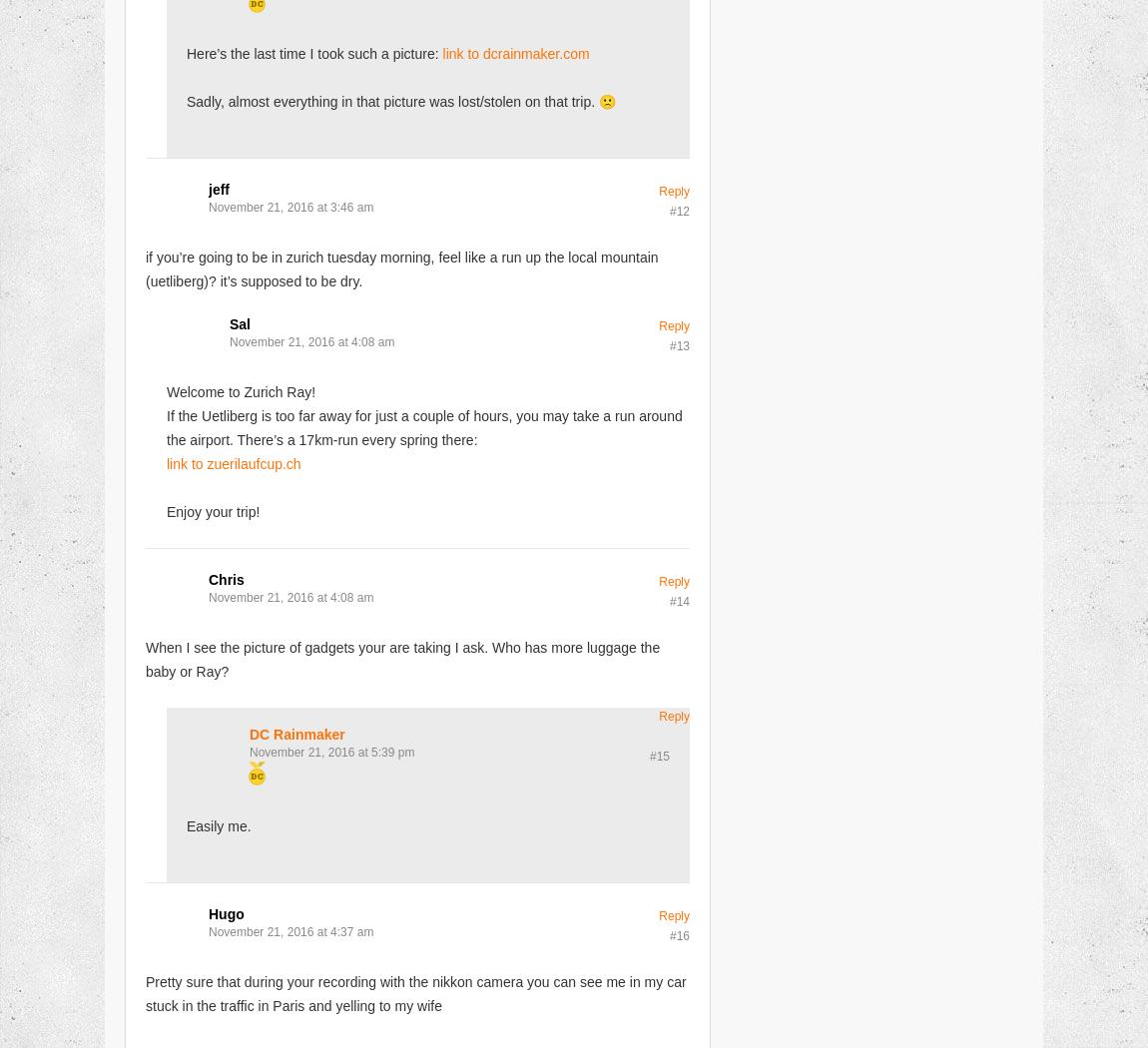 The height and width of the screenshot is (1048, 1148). What do you see at coordinates (424, 425) in the screenshot?
I see `'If the Uetliberg is too far away for just a couple of hours, you may take a run around the airport. There’s a 17km-run every spring there:'` at bounding box center [424, 425].